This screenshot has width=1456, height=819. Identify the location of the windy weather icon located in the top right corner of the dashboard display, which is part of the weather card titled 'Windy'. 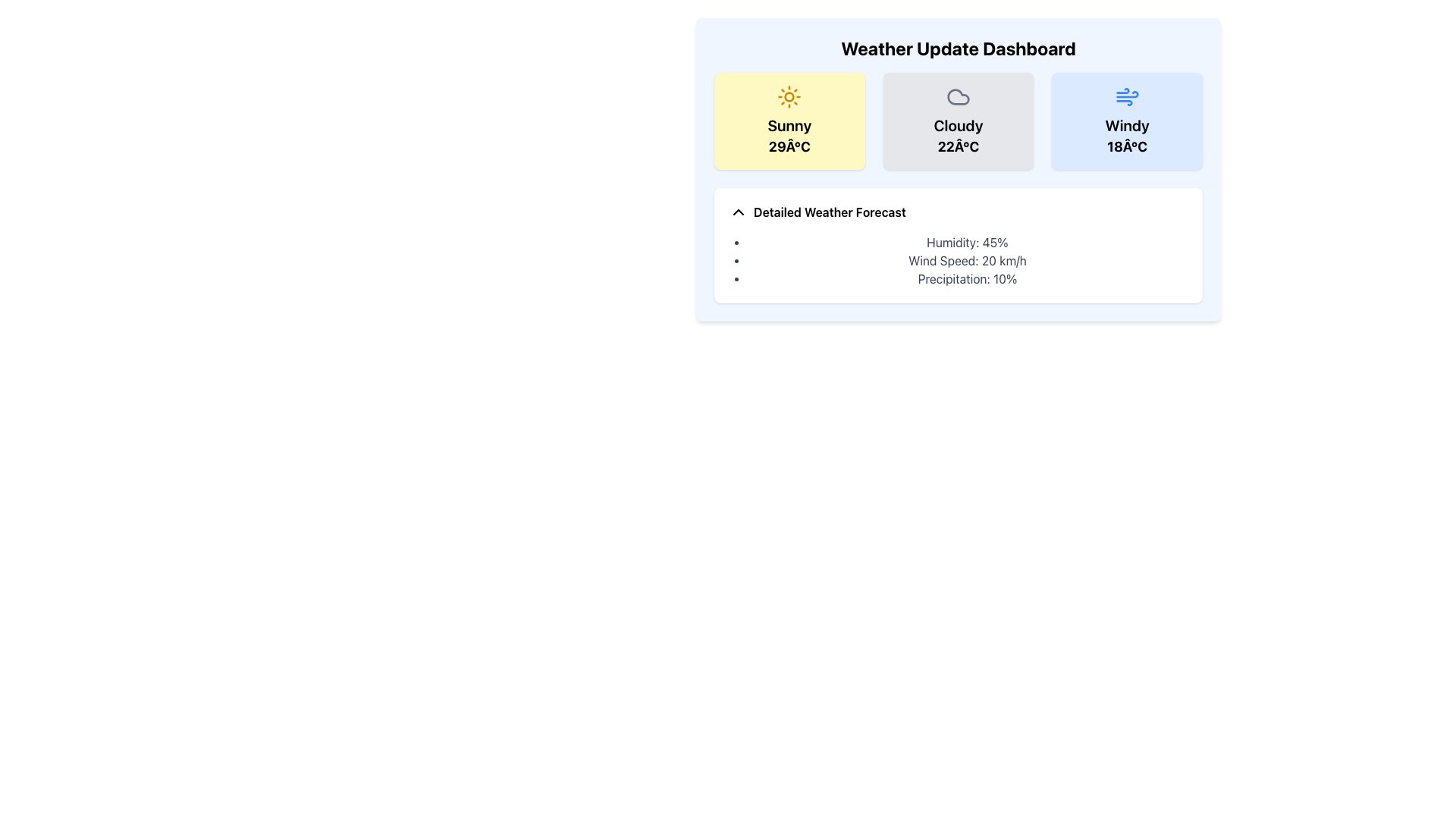
(1127, 96).